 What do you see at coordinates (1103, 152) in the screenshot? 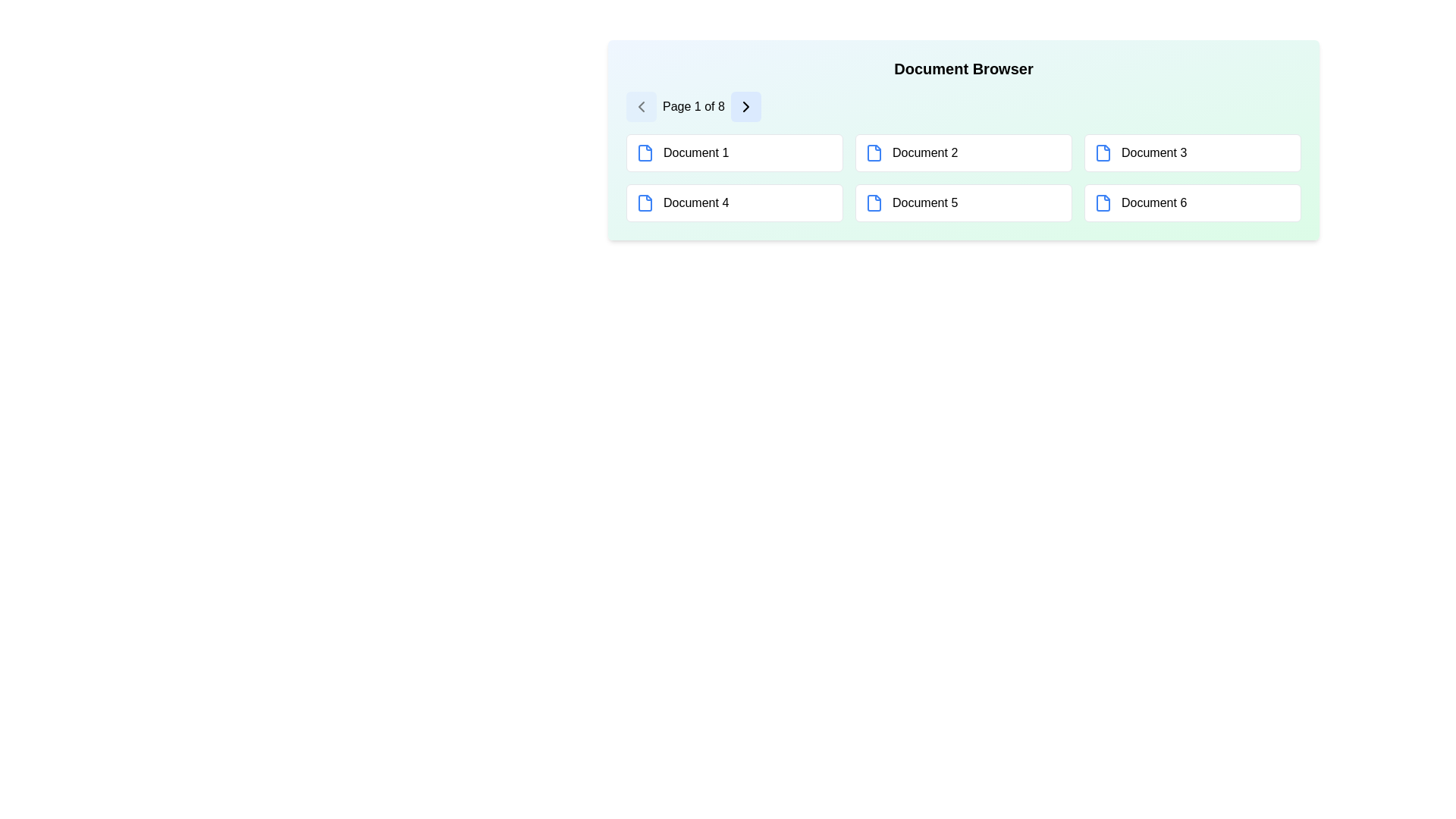
I see `the SVG icon representing a file or document, which is styled with a blue outline and white fill, located at the far left of the 'Document 3' block in the 'Document Browser'` at bounding box center [1103, 152].